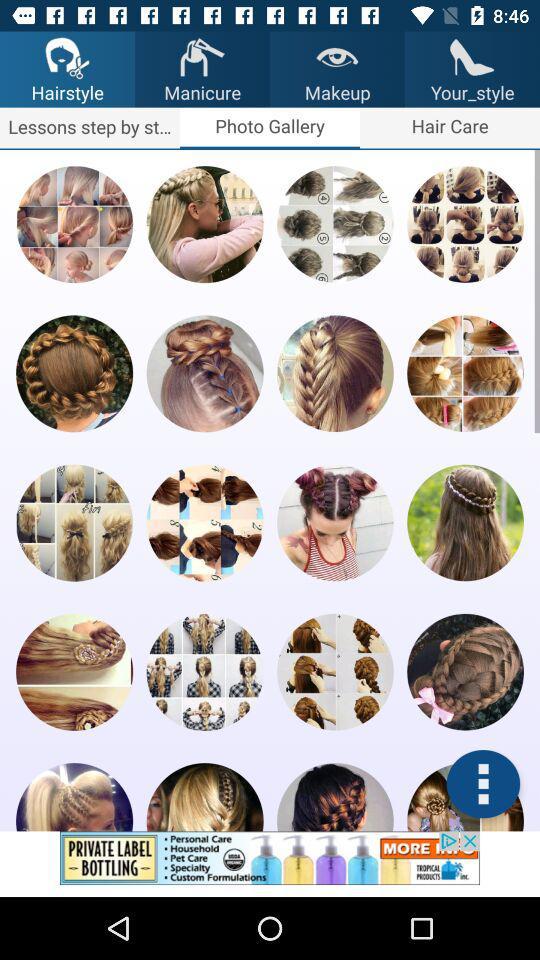 Image resolution: width=540 pixels, height=960 pixels. I want to click on open advertisement page, so click(270, 863).